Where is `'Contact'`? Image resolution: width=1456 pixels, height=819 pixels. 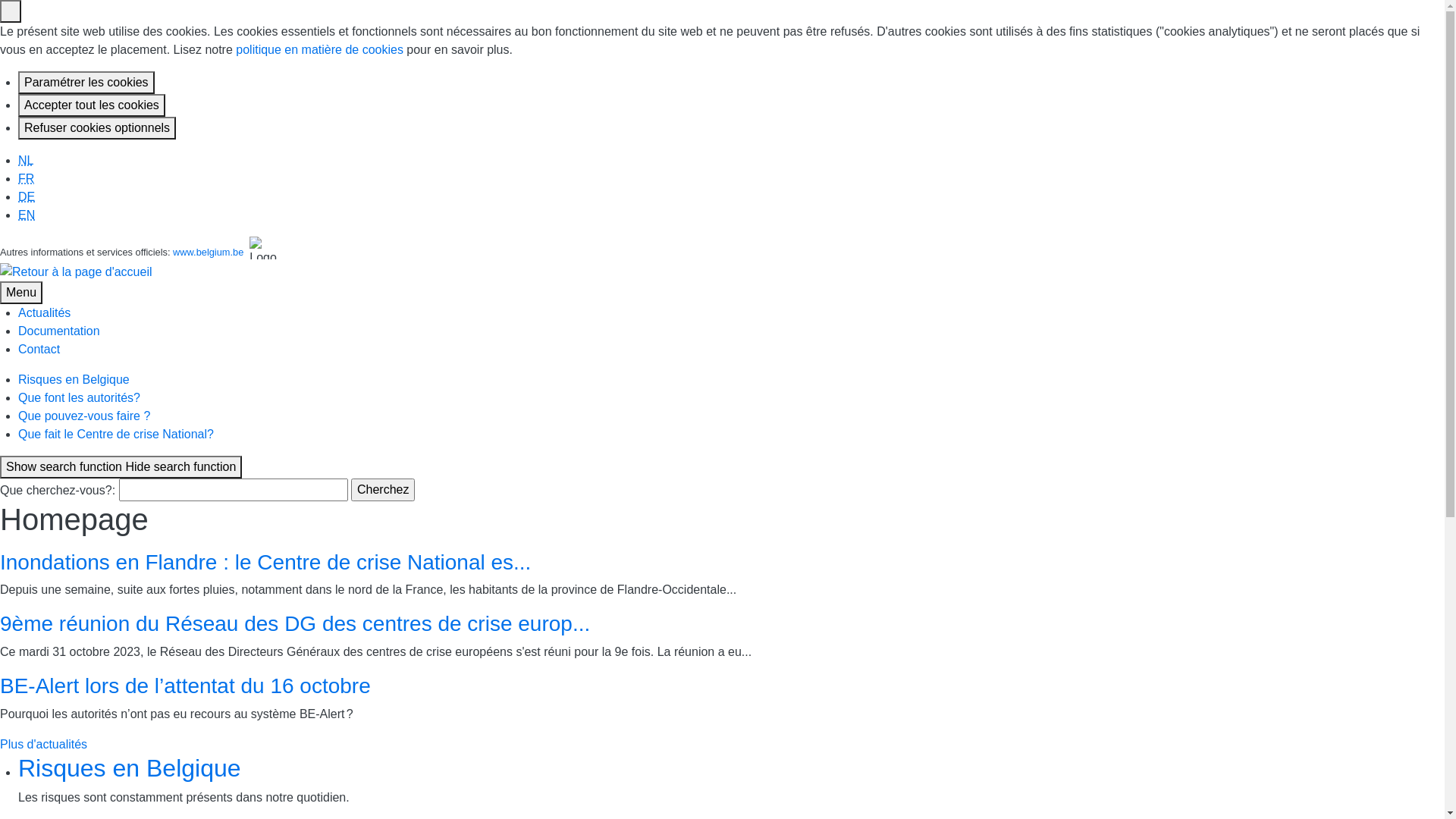
'Contact' is located at coordinates (39, 349).